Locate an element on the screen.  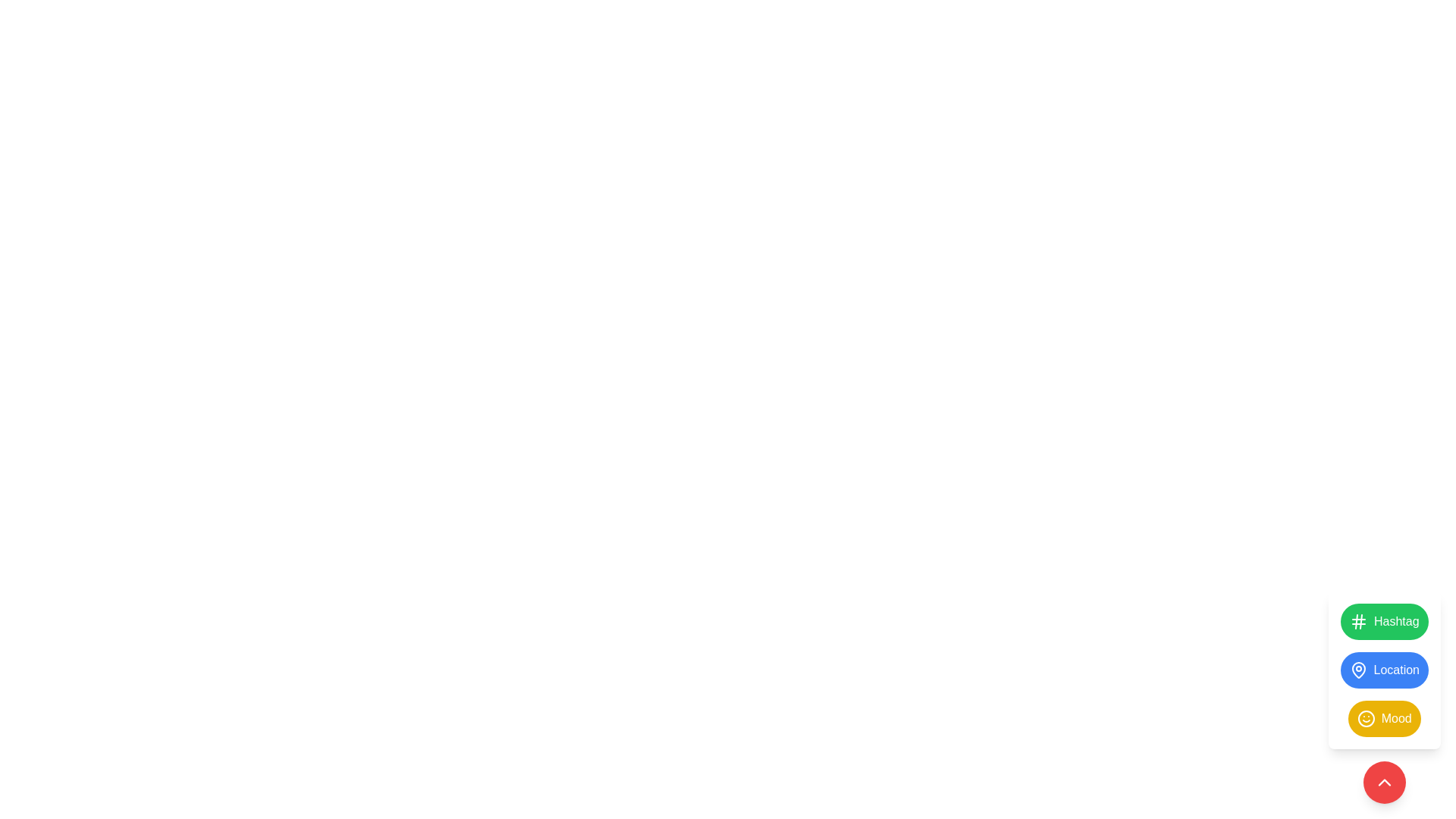
the 'Mood' text label within the yellow rounded button, which is part of a vertical list of buttons, to perform an extended action is located at coordinates (1395, 718).